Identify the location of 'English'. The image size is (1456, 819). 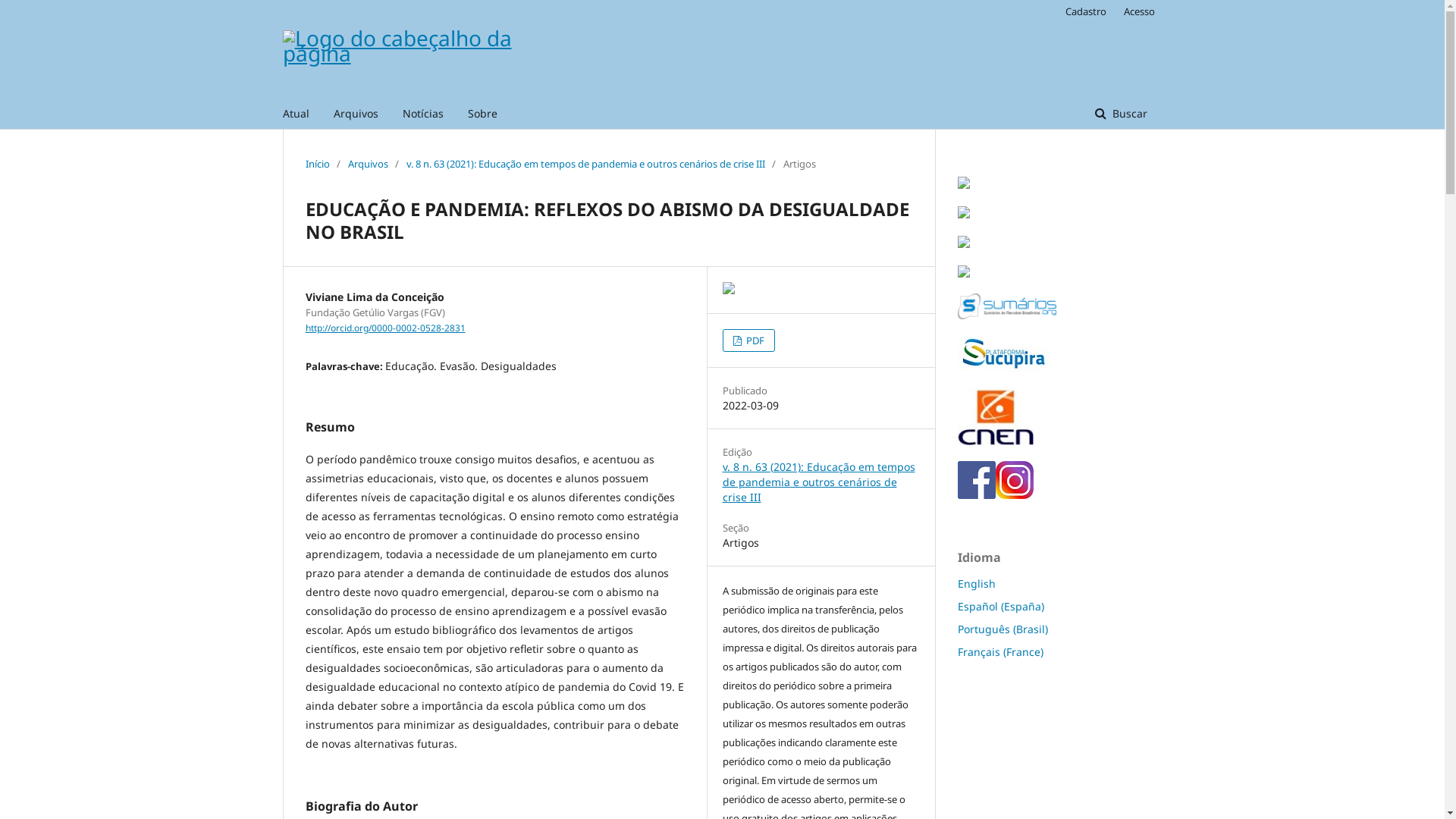
(975, 582).